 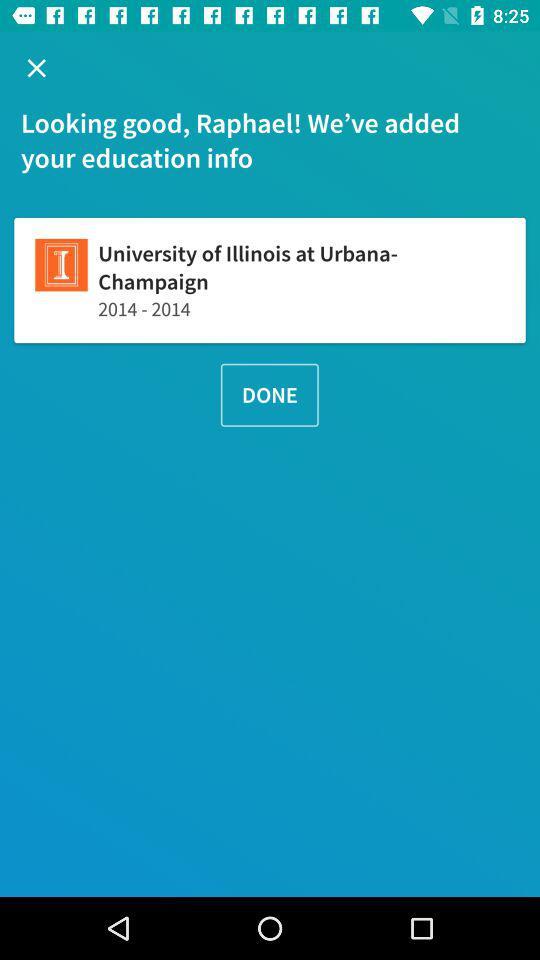 What do you see at coordinates (269, 394) in the screenshot?
I see `done item` at bounding box center [269, 394].